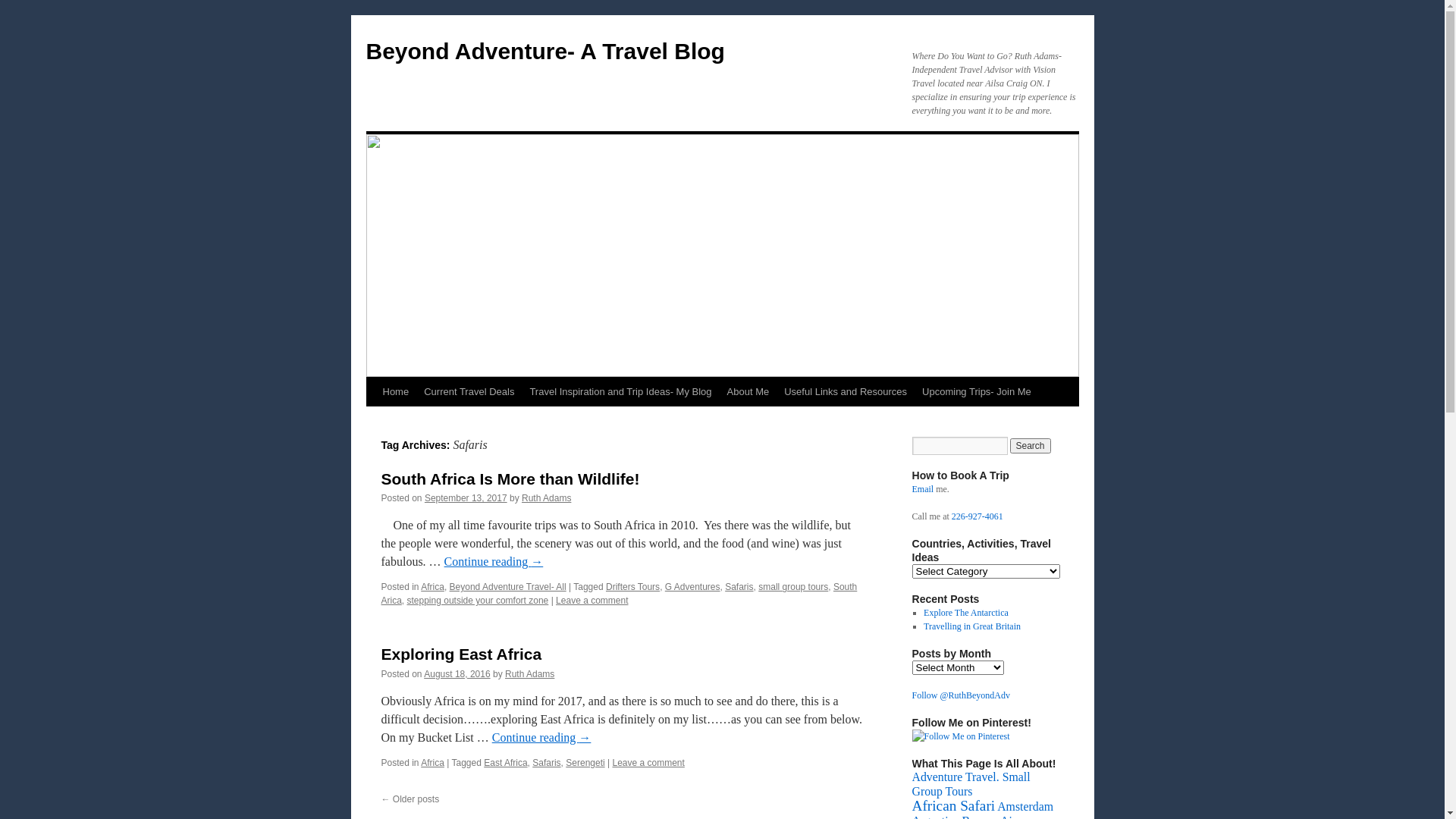  I want to click on 'Upcoming Trips- Join Me', so click(976, 391).